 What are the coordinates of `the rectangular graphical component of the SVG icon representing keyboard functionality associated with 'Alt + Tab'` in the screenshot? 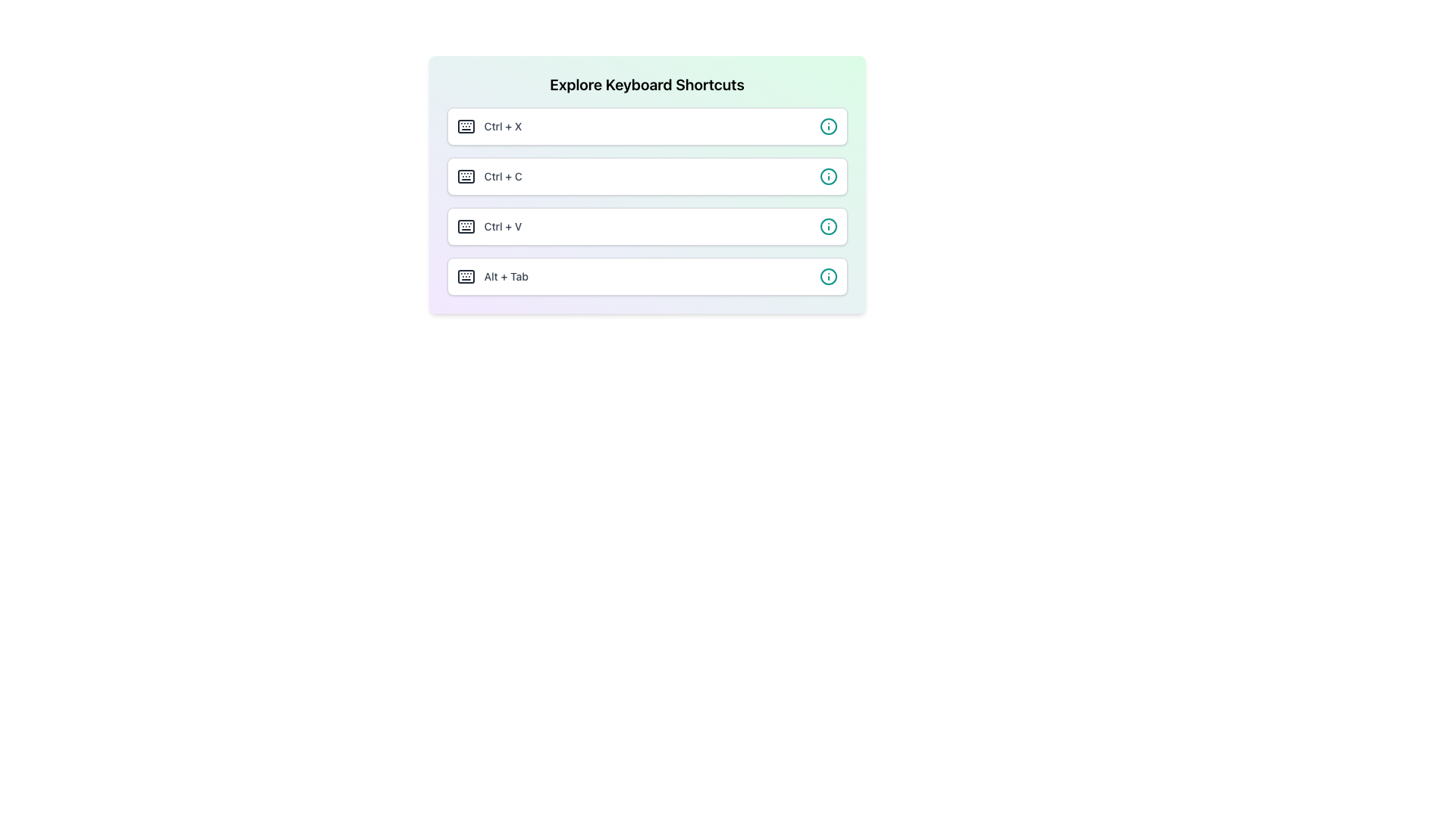 It's located at (465, 277).